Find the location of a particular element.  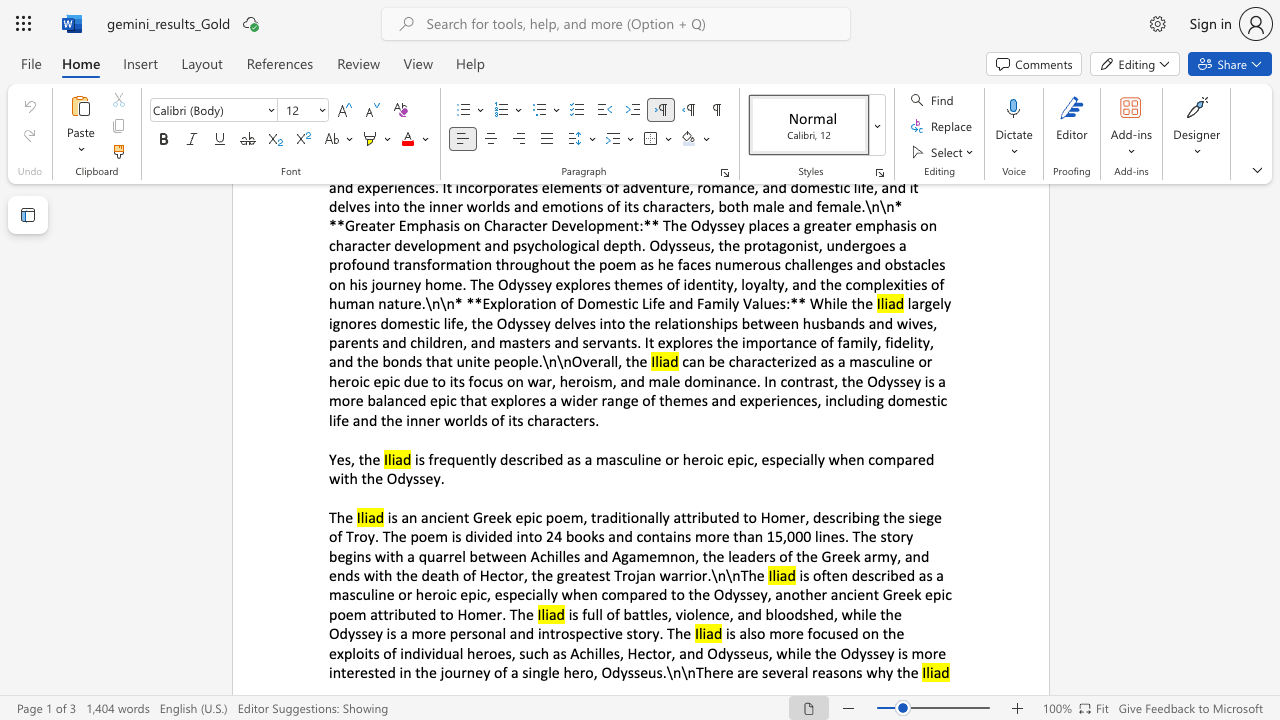

the subset text "more focused on the exploits of individual heroes, such as Achilles, Hector, and Odysseus, while the Odyssey is mor" within the text "is also more focused on the exploits of individual heroes, such as Achilles, Hector, and Odysseus, while the Odyssey is more interested in the journey of a single hero, Odysseus.\n\nThere are several reasons why the" is located at coordinates (768, 633).